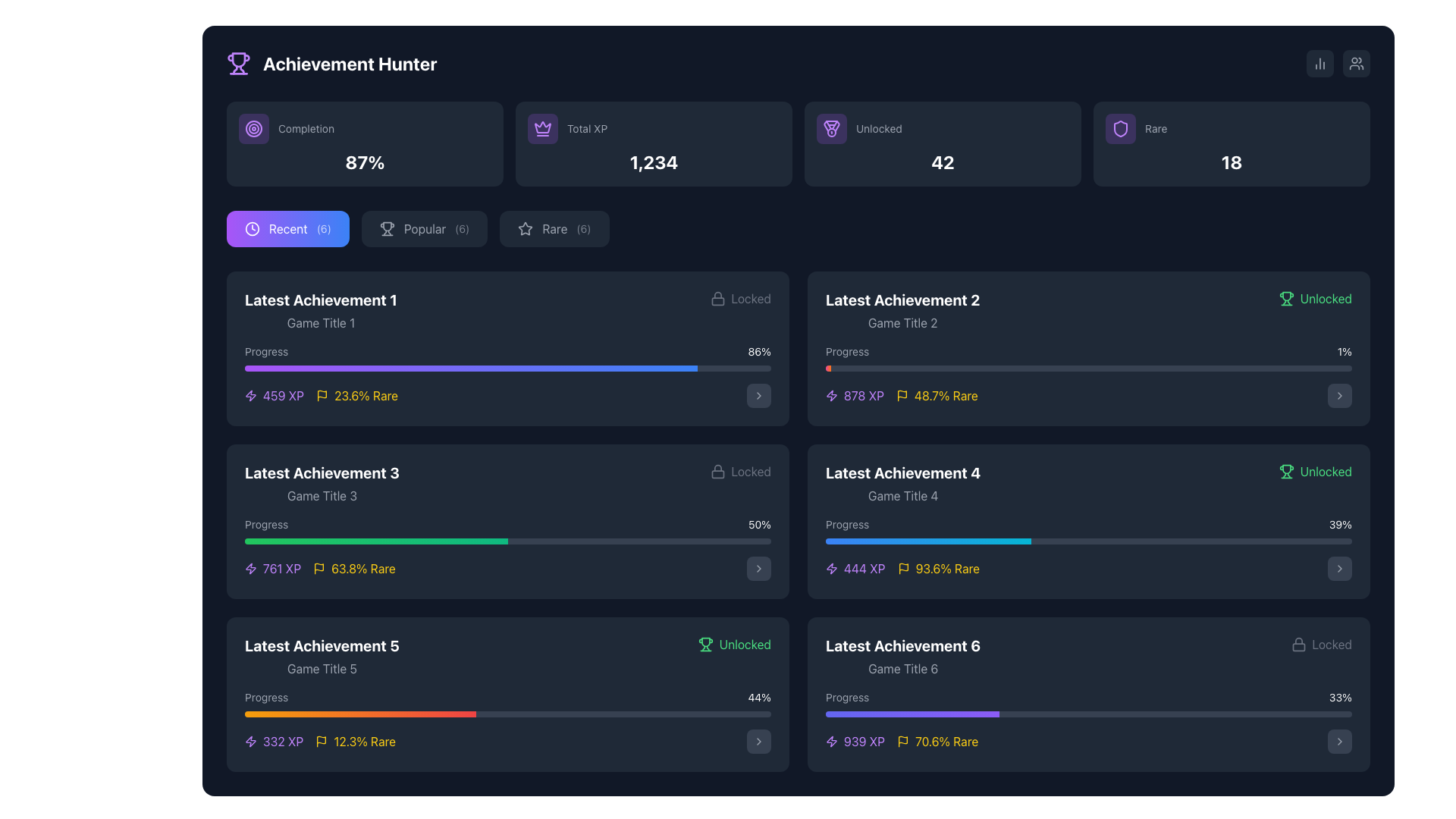 The image size is (1456, 819). What do you see at coordinates (425, 228) in the screenshot?
I see `the 'Popular' category label located in the middle of the horizontal menu, positioned to the right of the 'Recent' menu item` at bounding box center [425, 228].